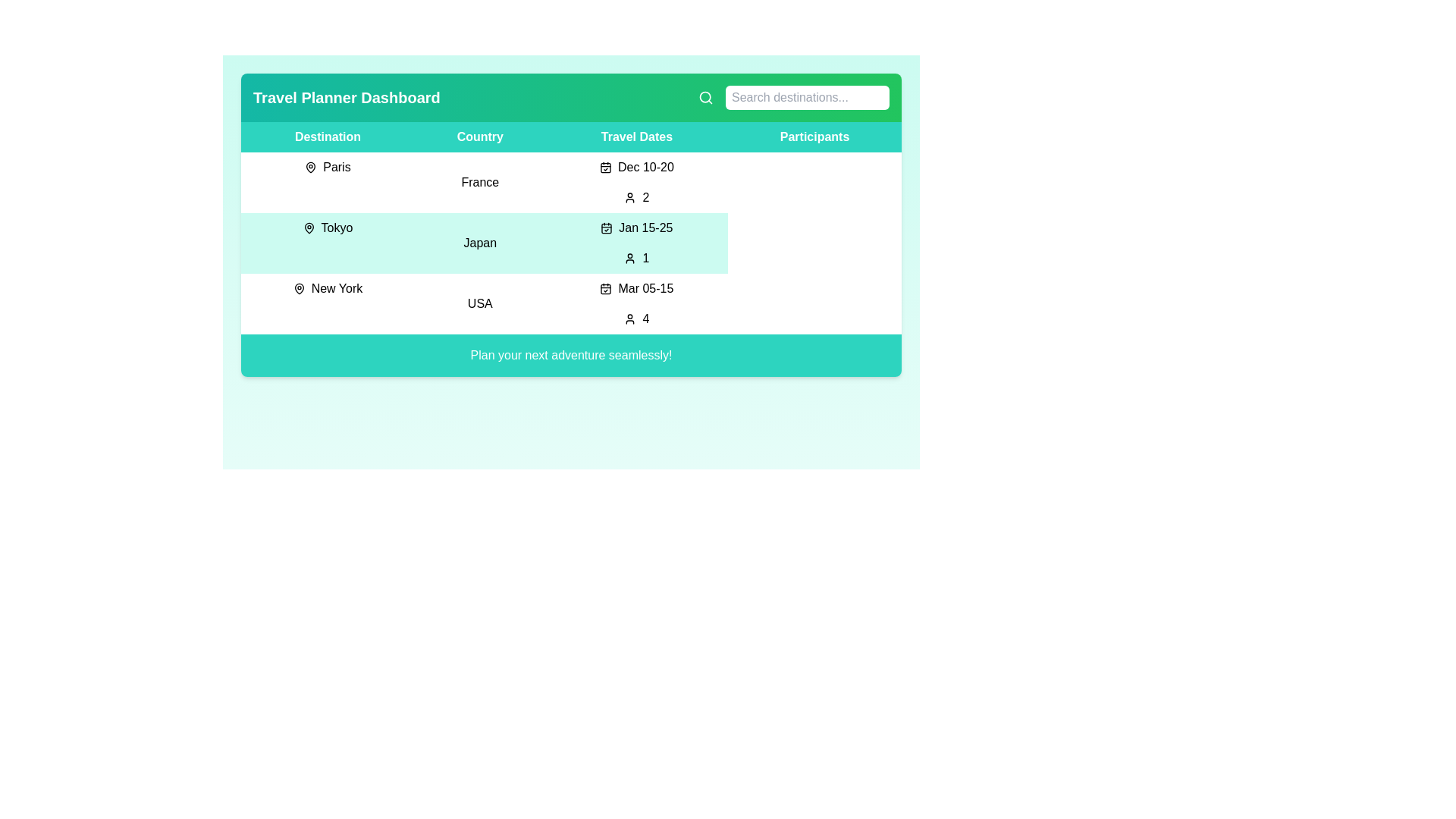  What do you see at coordinates (604, 167) in the screenshot?
I see `the calendar icon located in the 'Travel Dates' column for the 'Paris' row` at bounding box center [604, 167].